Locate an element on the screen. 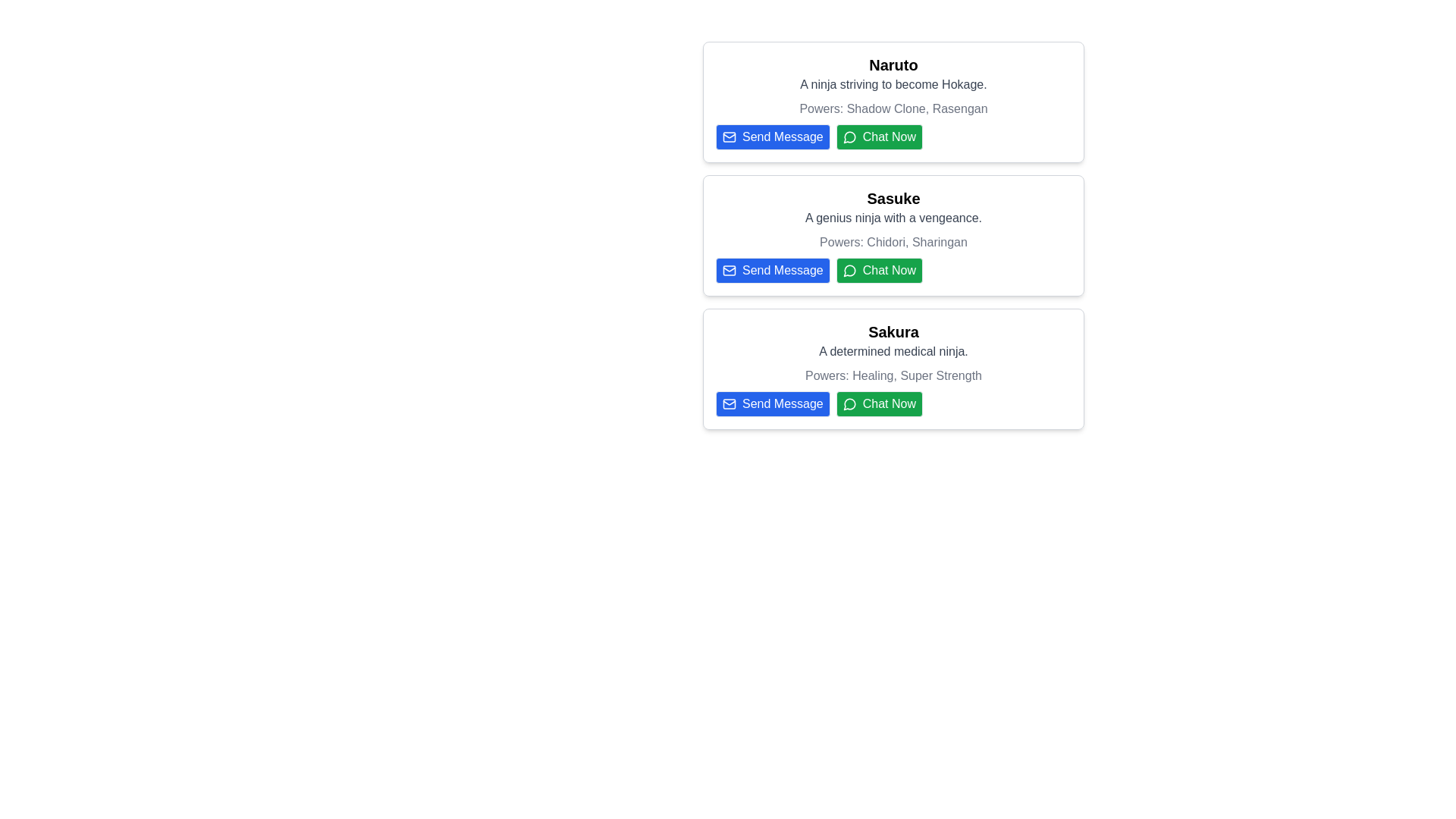  the 'Chat Now' button icon, which is an SVG graphic located at the bottom right corner of the card titled 'Naruto', below the 'Send Message' button is located at coordinates (849, 137).